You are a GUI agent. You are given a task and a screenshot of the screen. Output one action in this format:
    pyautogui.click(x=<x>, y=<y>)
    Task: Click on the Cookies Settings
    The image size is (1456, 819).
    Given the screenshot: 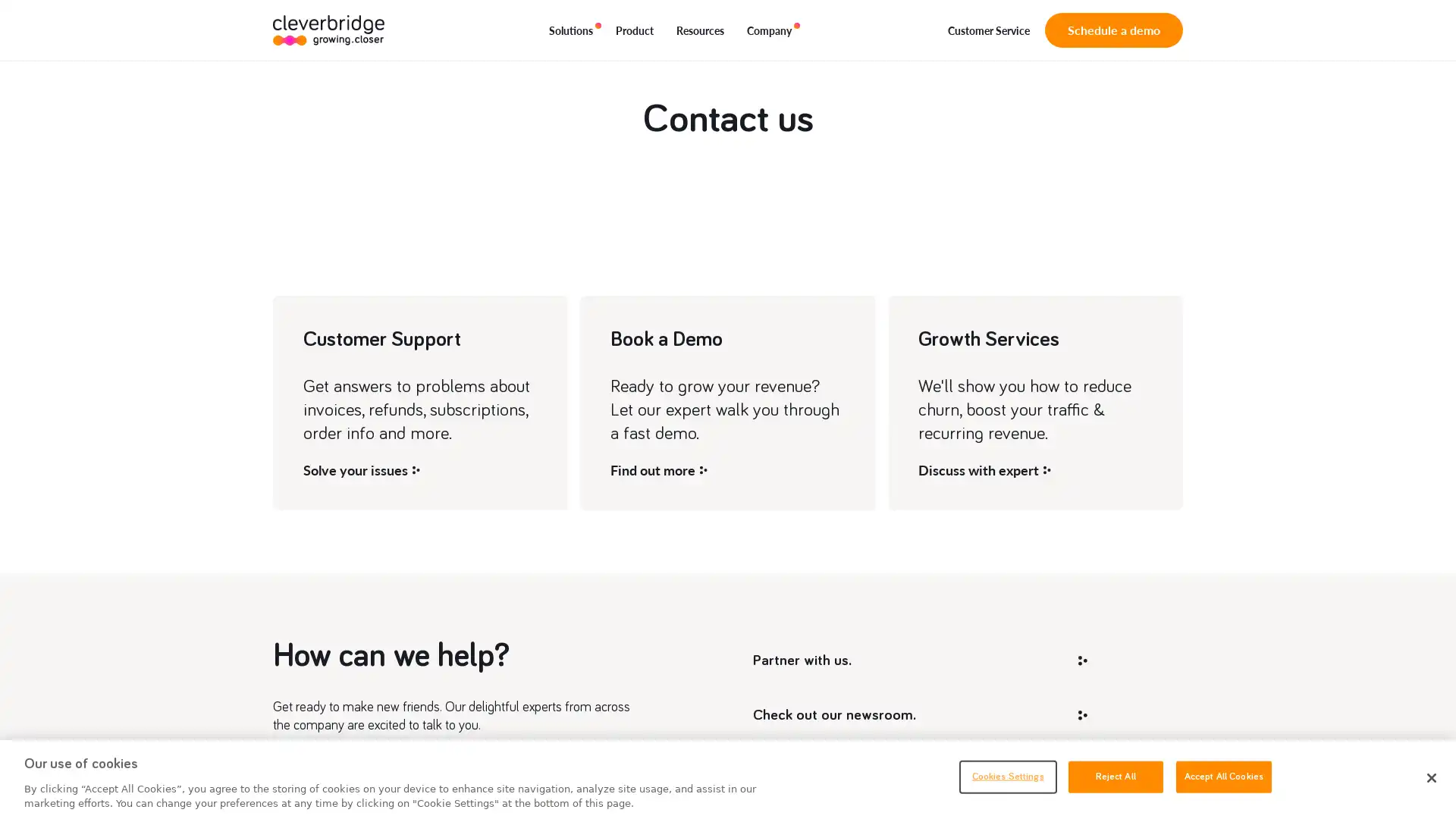 What is the action you would take?
    pyautogui.click(x=1007, y=776)
    